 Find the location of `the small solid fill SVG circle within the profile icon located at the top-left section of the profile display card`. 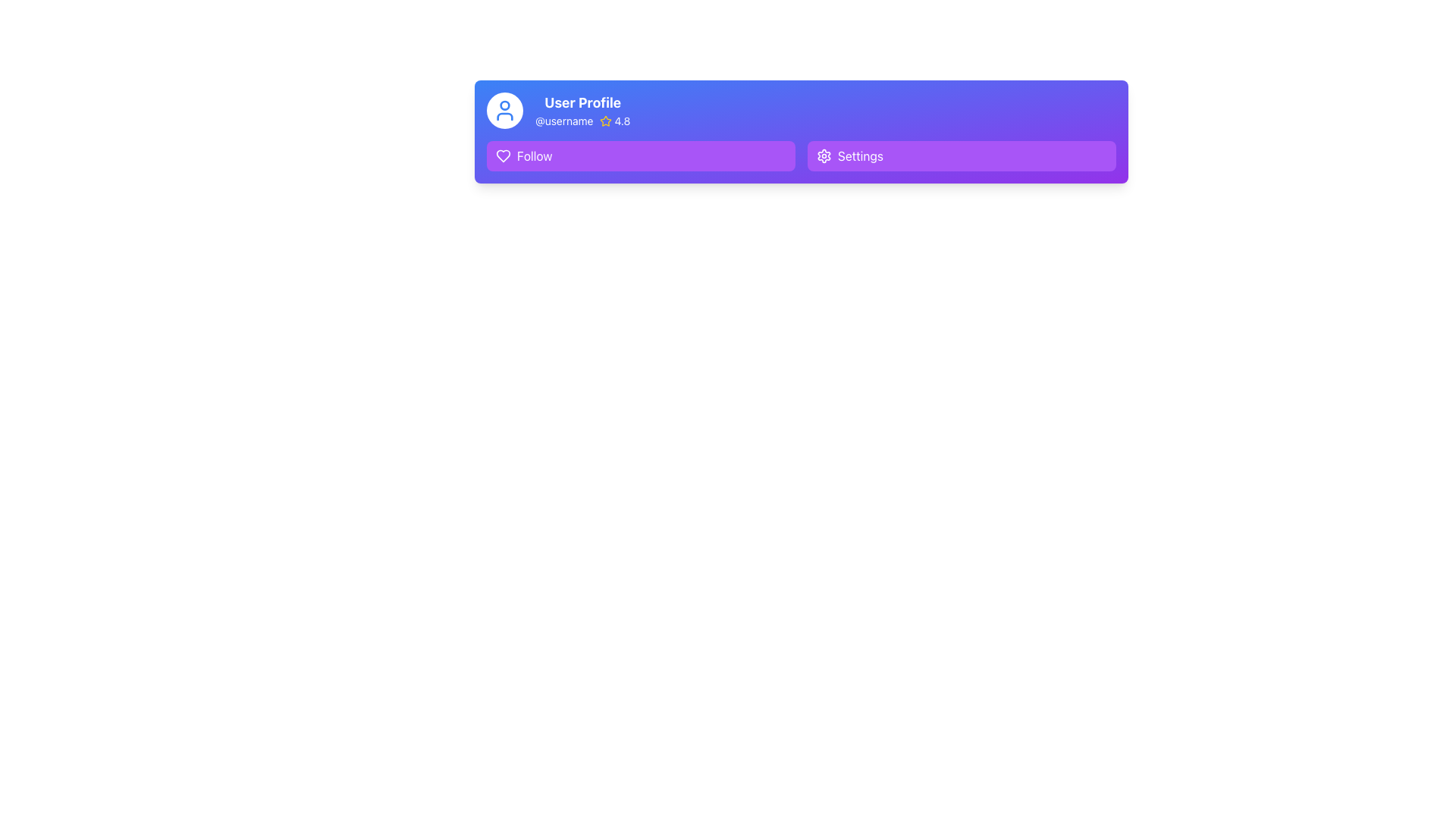

the small solid fill SVG circle within the profile icon located at the top-left section of the profile display card is located at coordinates (505, 104).